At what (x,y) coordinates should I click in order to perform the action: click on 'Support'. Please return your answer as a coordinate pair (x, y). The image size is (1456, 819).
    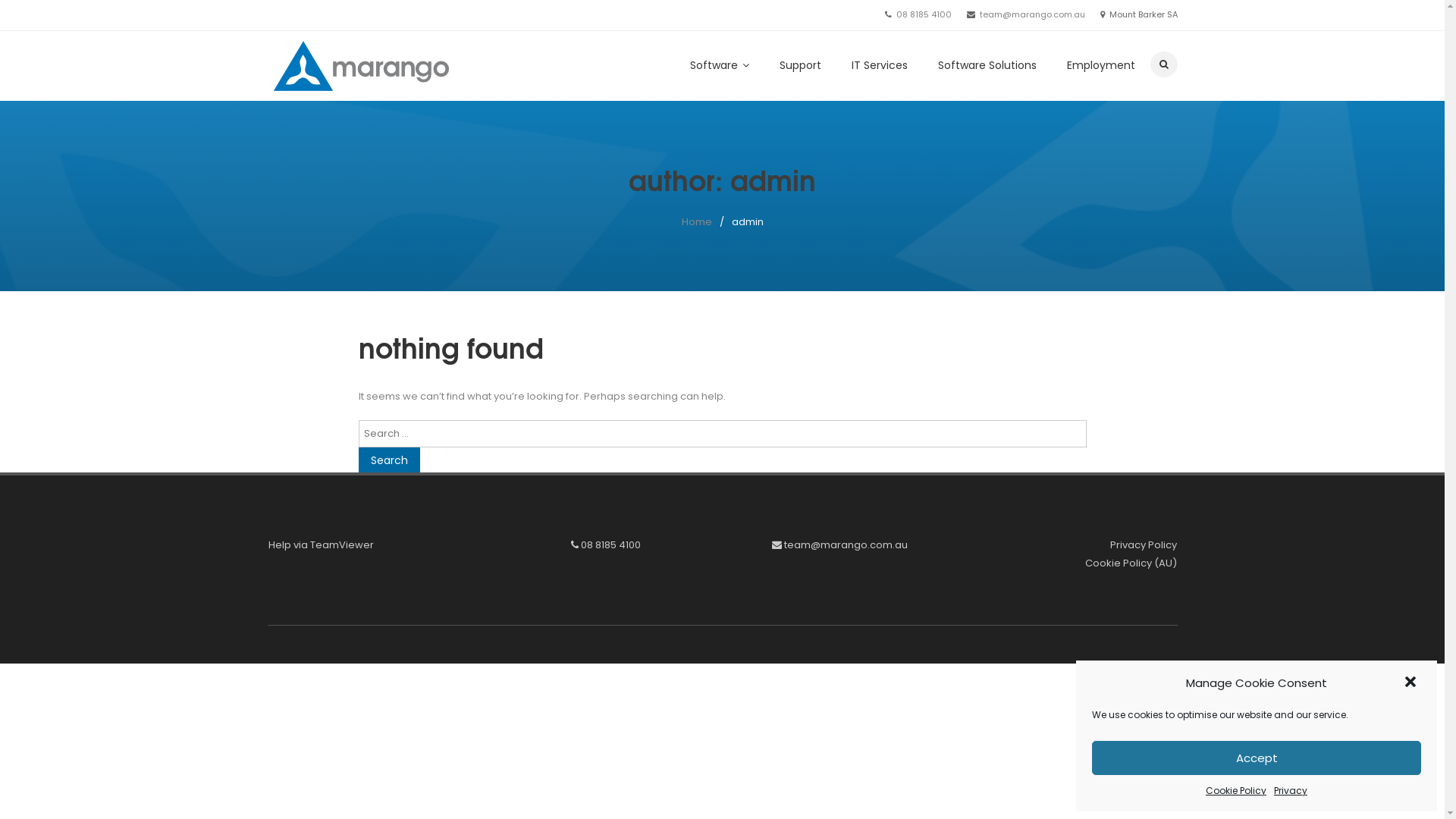
    Looking at the image, I should click on (799, 64).